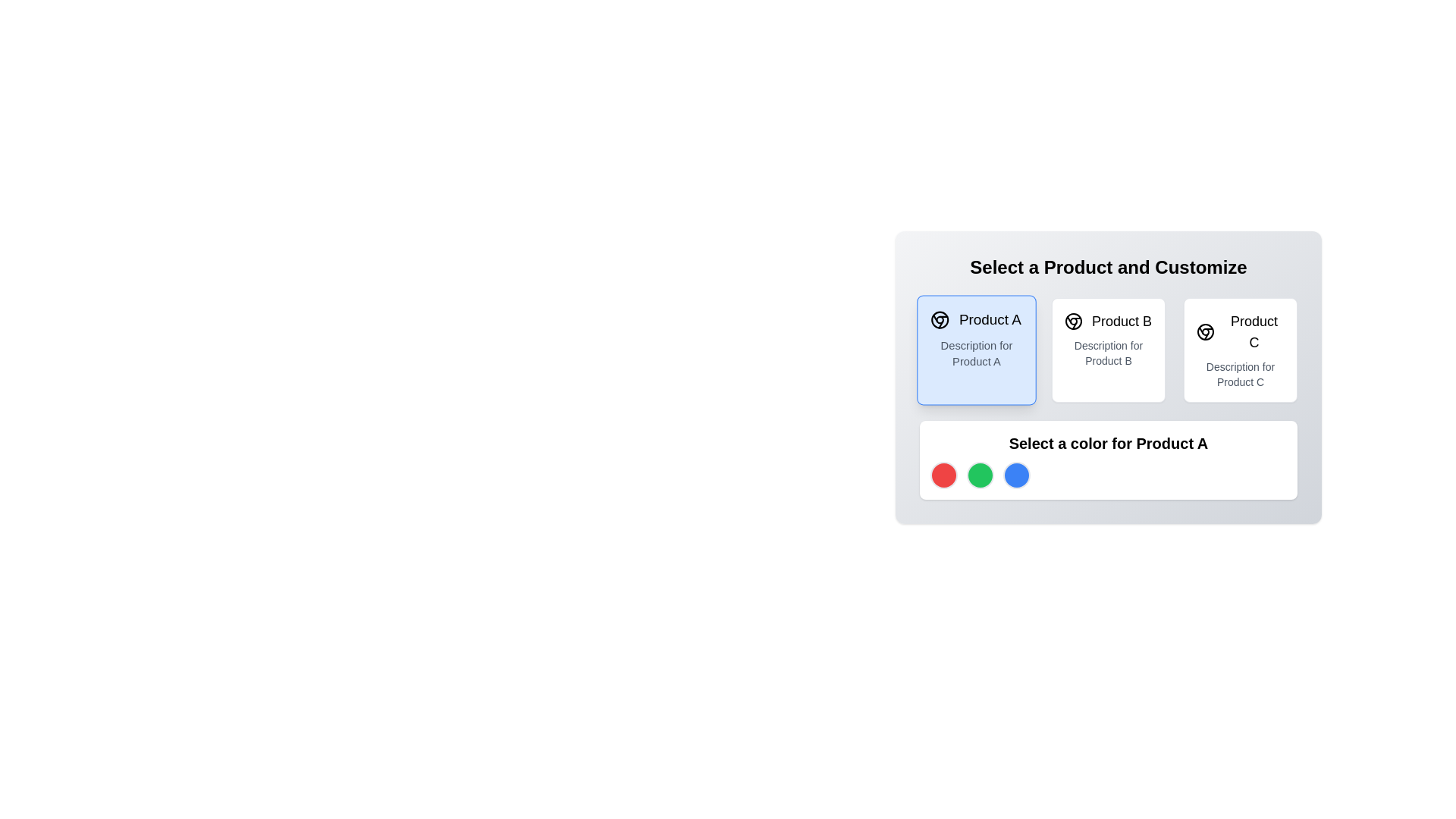  Describe the element at coordinates (1204, 331) in the screenshot. I see `the first circle SVG graphical element that represents a component of the logo, located adjacent to Product C's description` at that location.